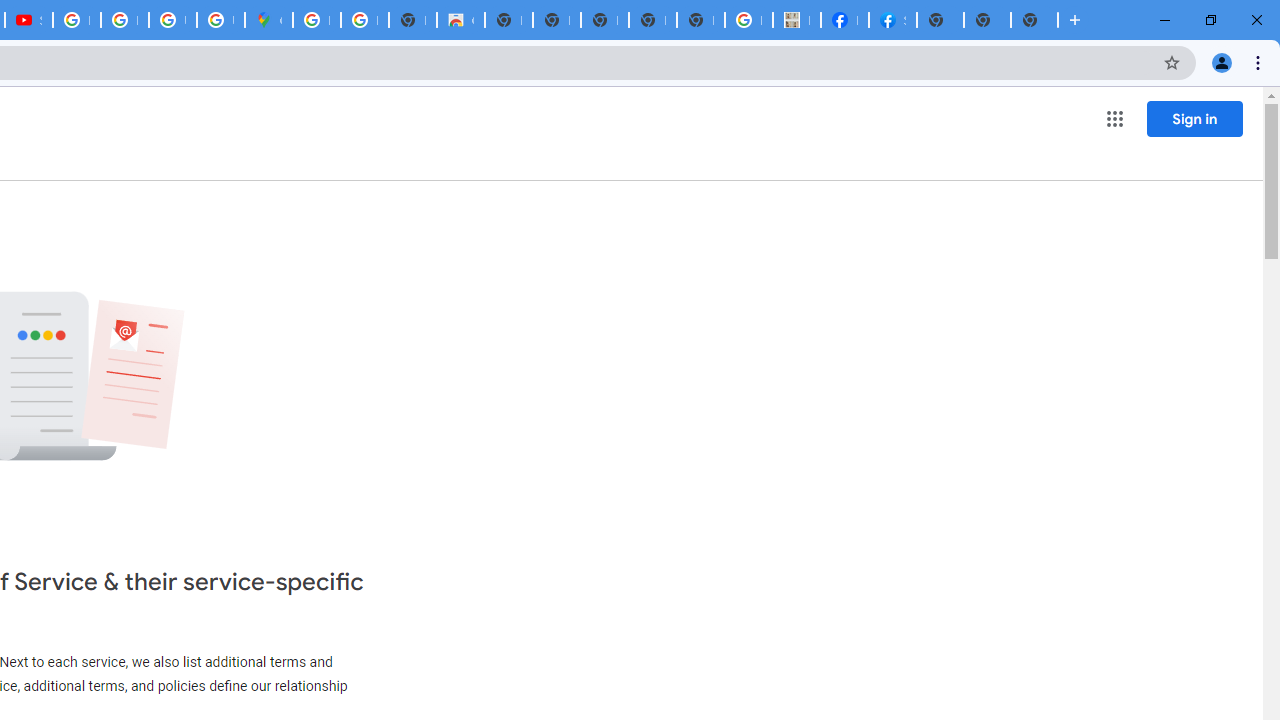 The height and width of the screenshot is (720, 1280). I want to click on 'Chrome Web Store', so click(459, 20).